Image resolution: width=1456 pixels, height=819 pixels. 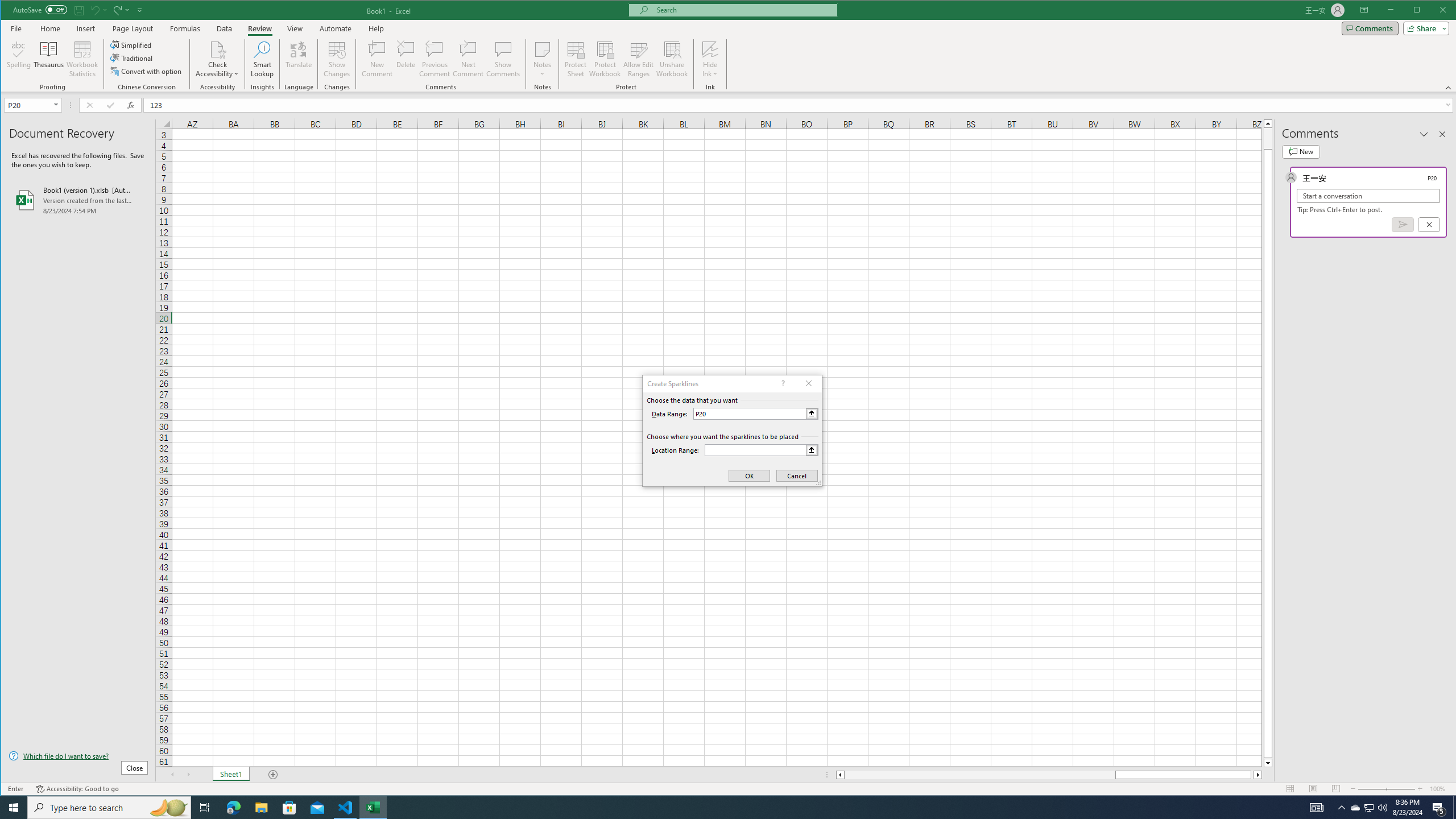 What do you see at coordinates (78, 200) in the screenshot?
I see `'Book1 (version 1).xlsb  [AutoRecovered]'` at bounding box center [78, 200].